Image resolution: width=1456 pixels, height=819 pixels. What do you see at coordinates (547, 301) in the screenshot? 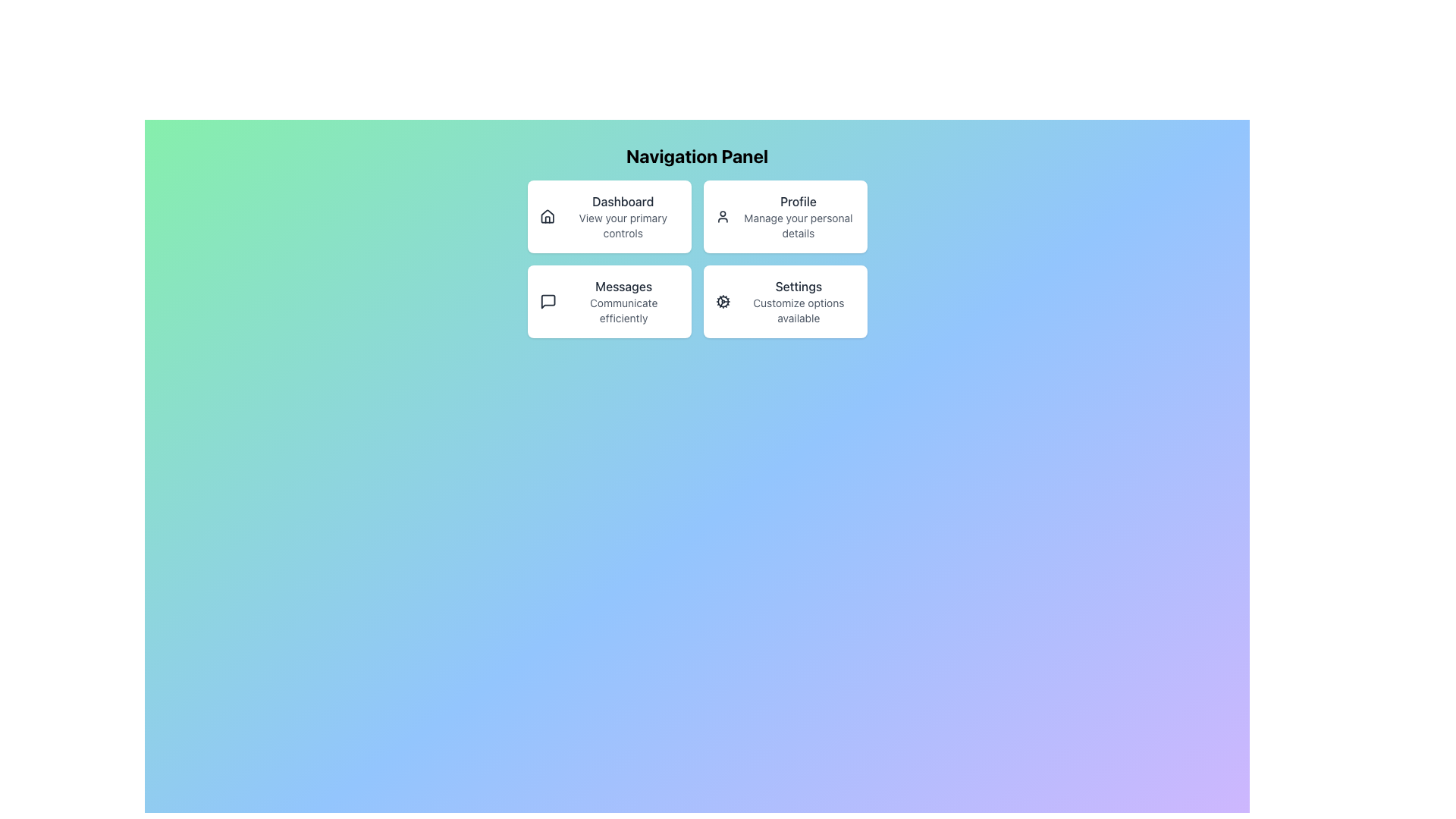
I see `the speech bubble icon located at the top-left corner of the 'Messages' tile` at bounding box center [547, 301].